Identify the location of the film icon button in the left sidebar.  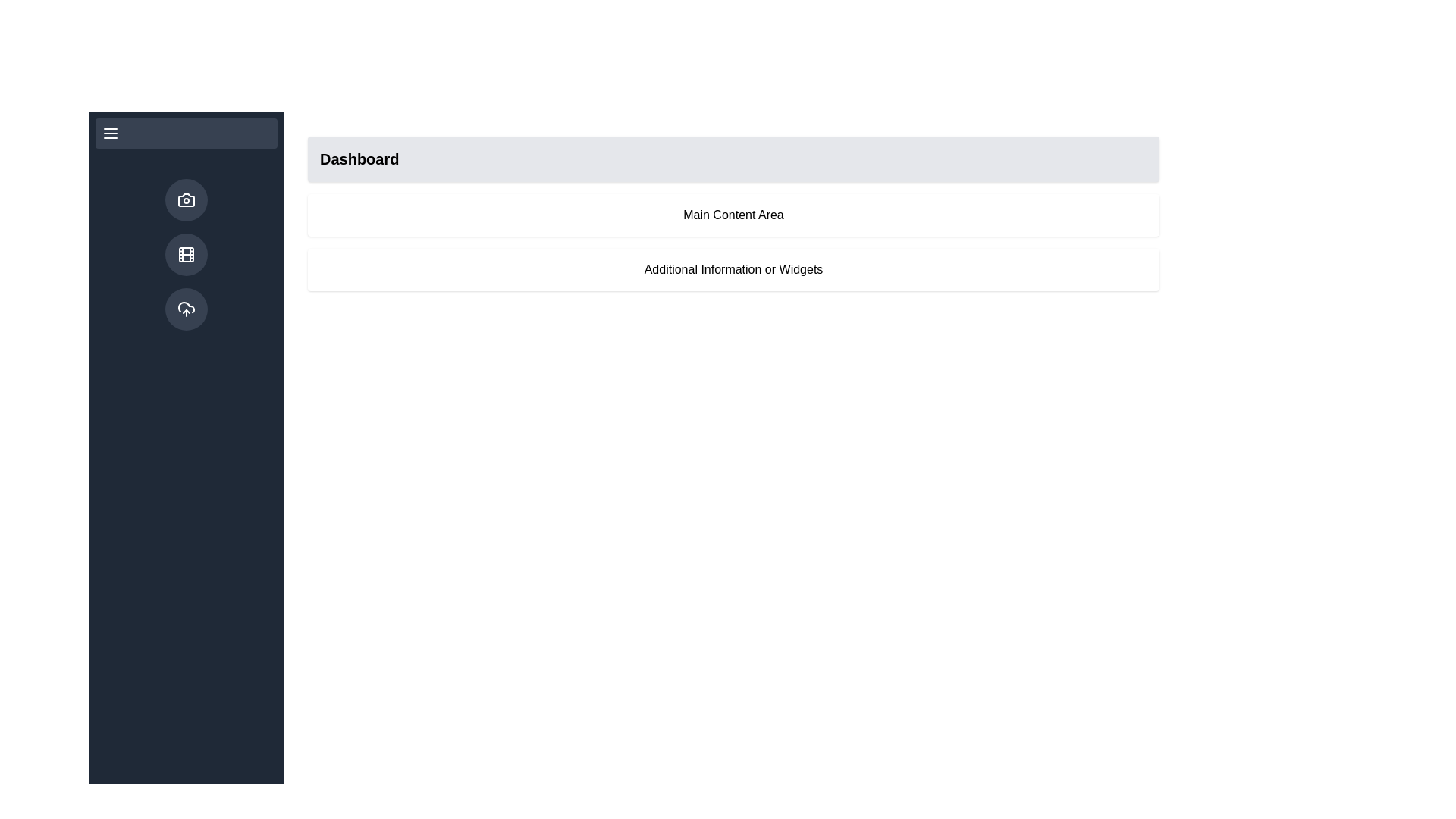
(185, 253).